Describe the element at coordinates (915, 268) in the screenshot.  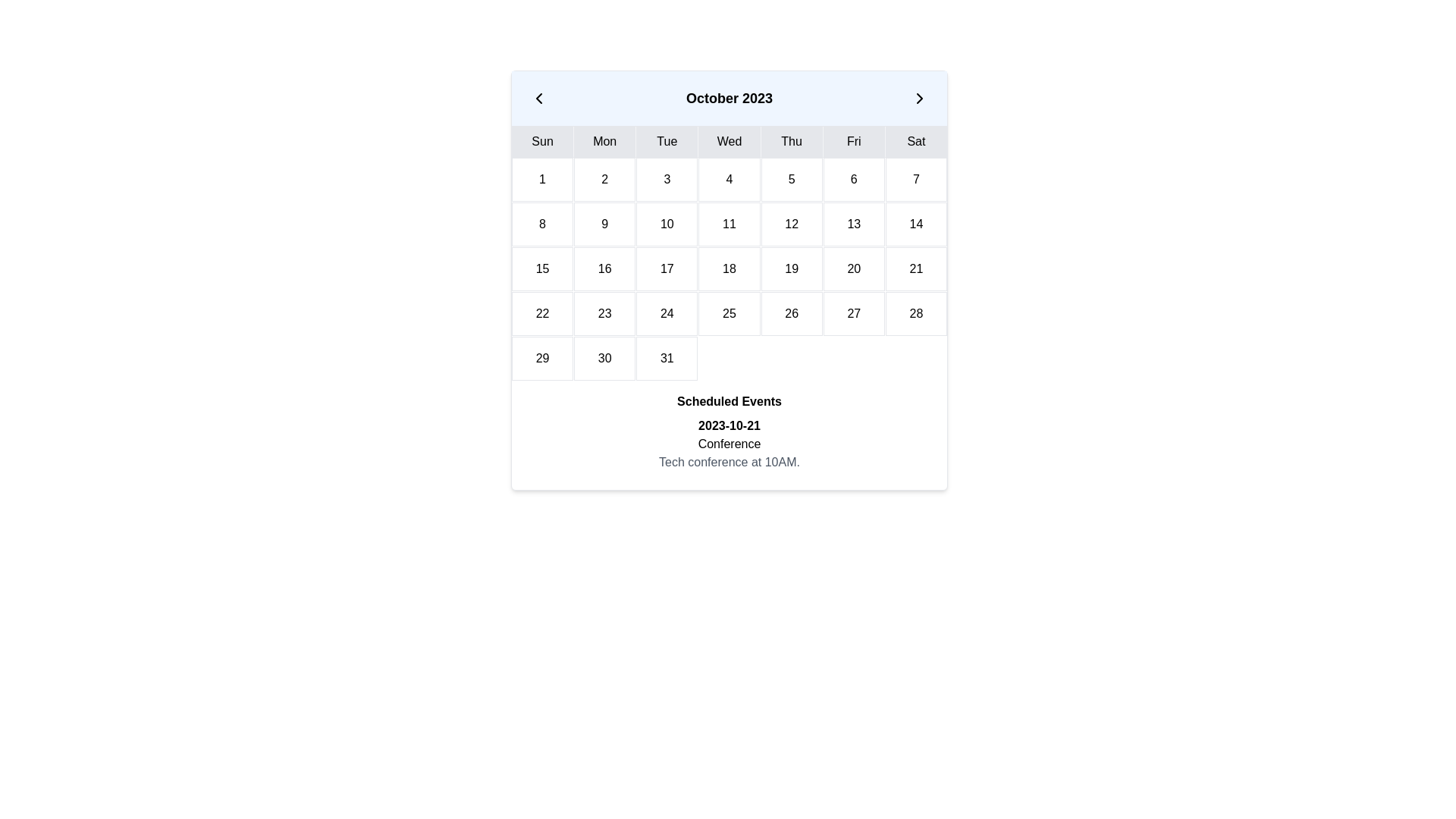
I see `the Calendar Day Cell representing the date '21' in the monthly view` at that location.